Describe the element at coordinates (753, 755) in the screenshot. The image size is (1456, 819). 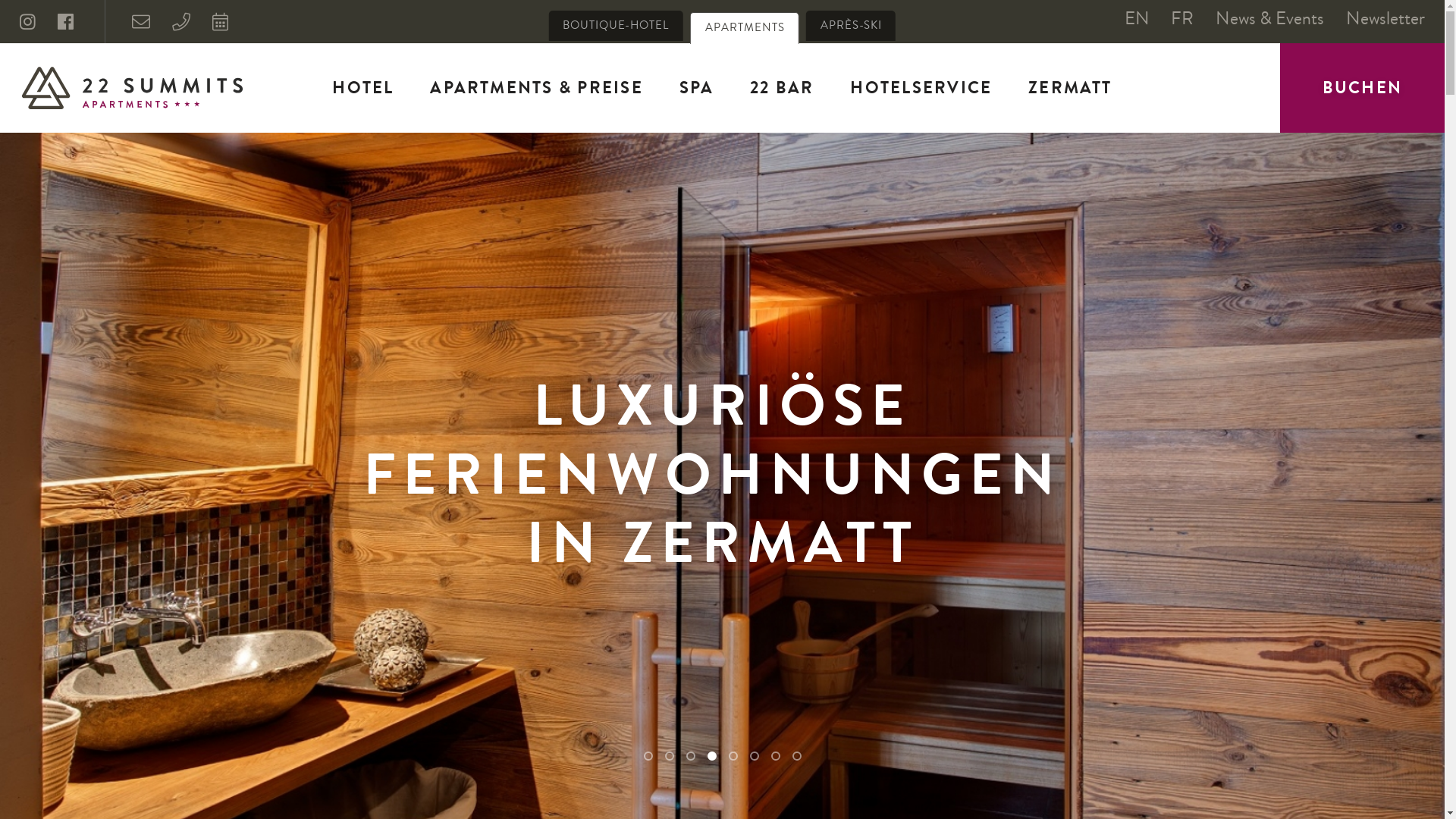
I see `'6'` at that location.